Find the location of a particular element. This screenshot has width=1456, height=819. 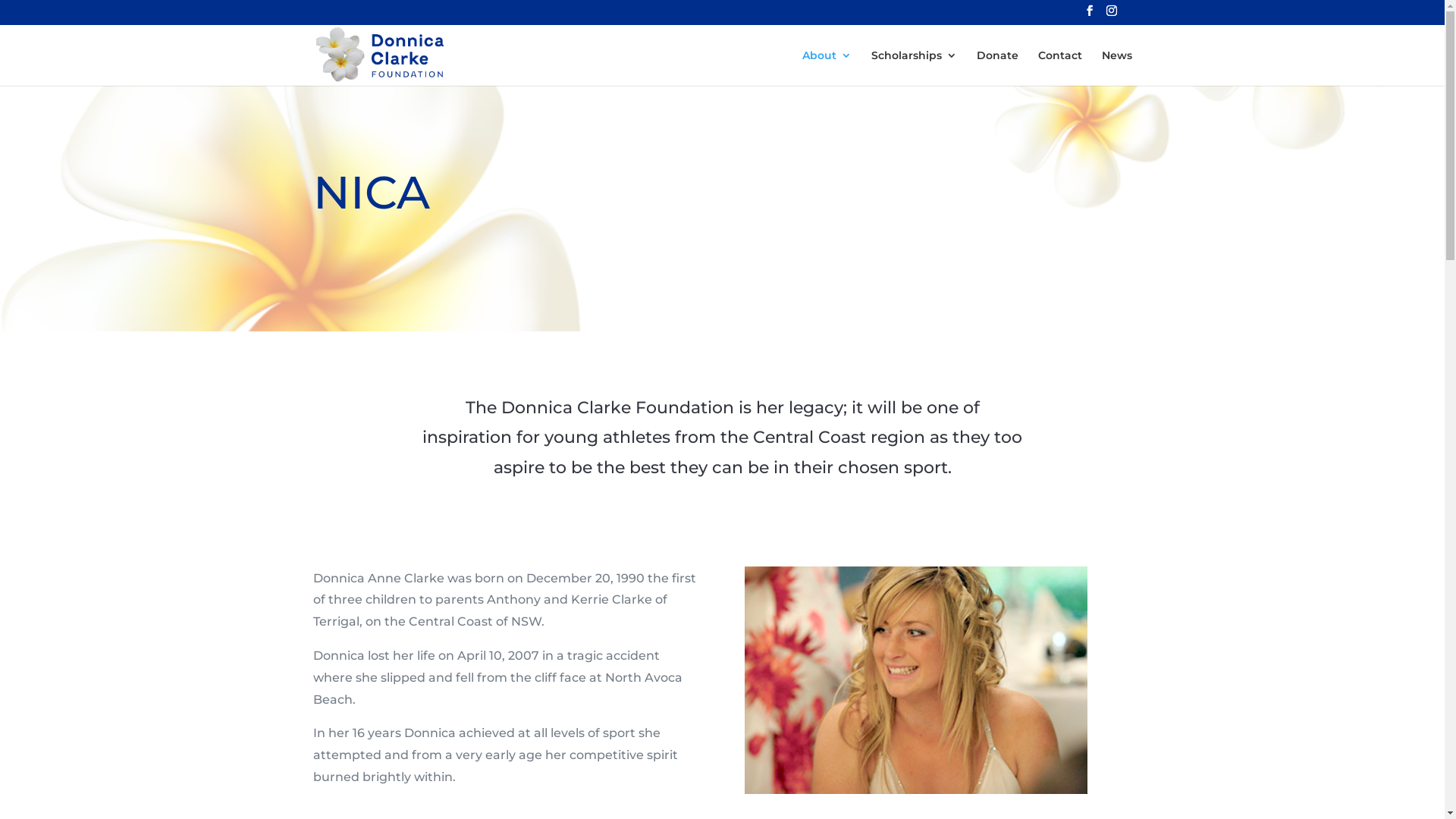

'News' is located at coordinates (1100, 67).